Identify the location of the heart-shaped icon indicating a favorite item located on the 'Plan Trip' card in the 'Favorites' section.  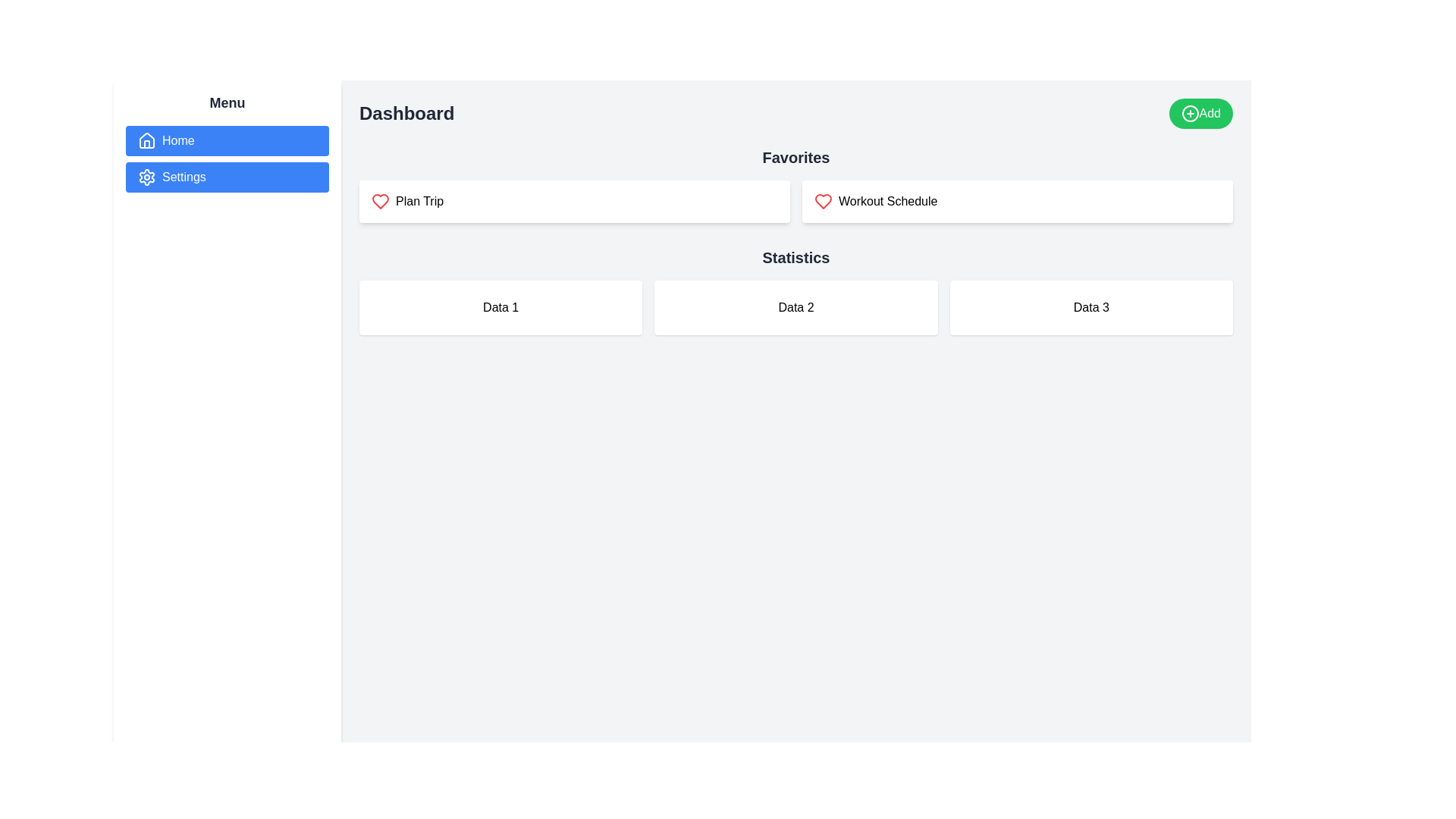
(381, 201).